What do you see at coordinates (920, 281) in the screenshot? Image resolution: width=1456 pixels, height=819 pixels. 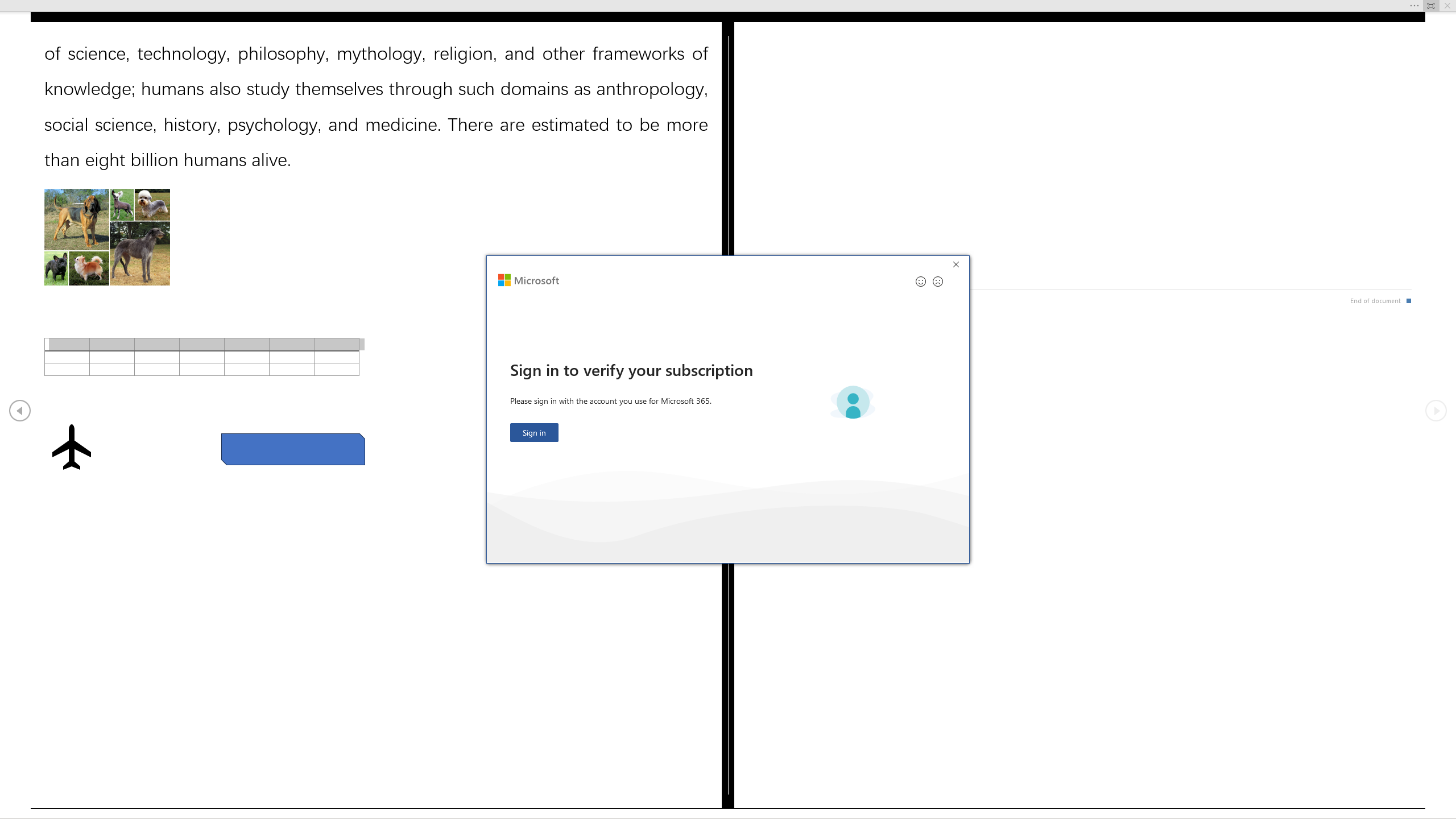 I see `'Send a smile for feedback'` at bounding box center [920, 281].